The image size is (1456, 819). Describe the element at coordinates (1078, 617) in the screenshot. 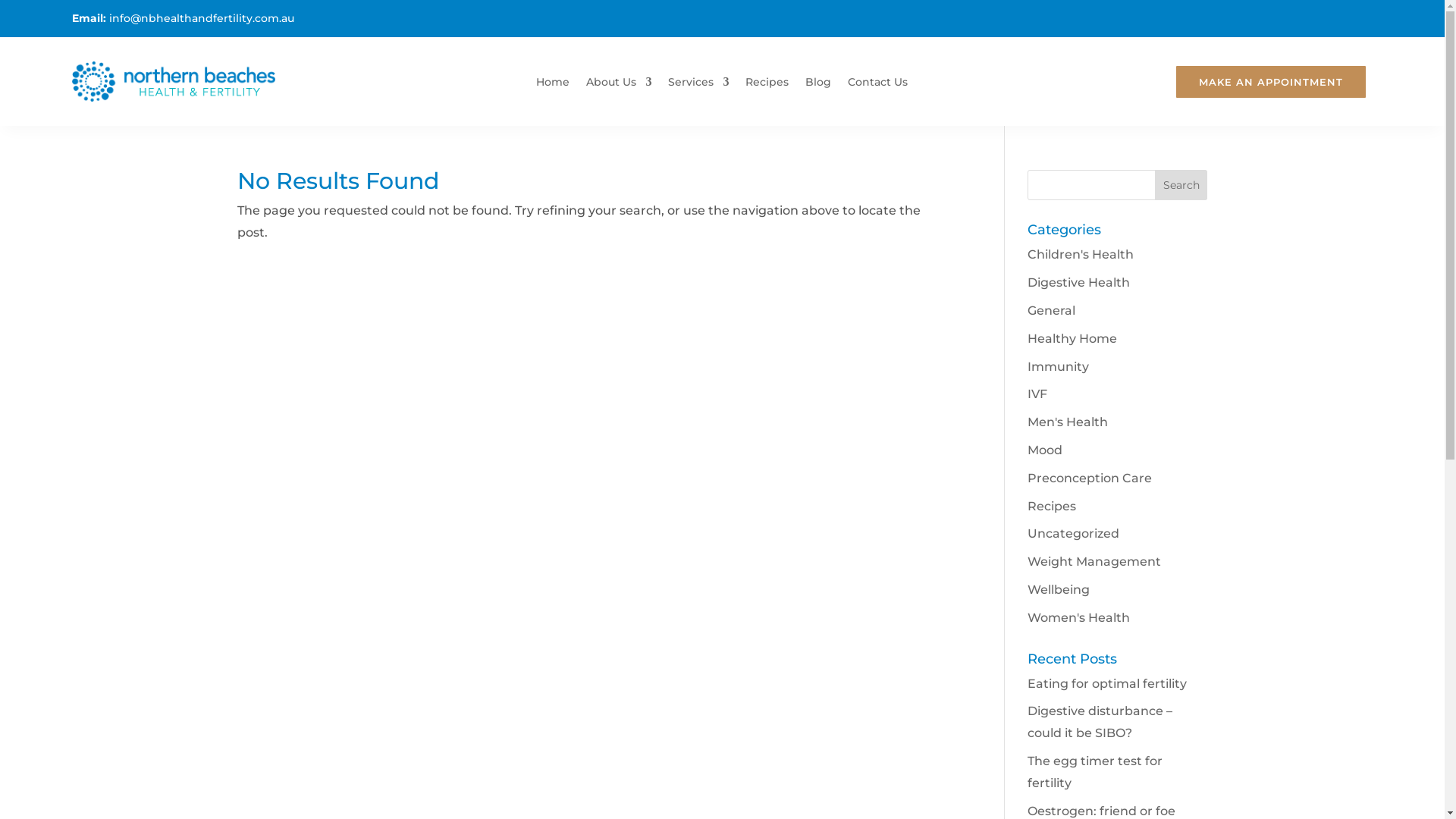

I see `'Women's Health'` at that location.